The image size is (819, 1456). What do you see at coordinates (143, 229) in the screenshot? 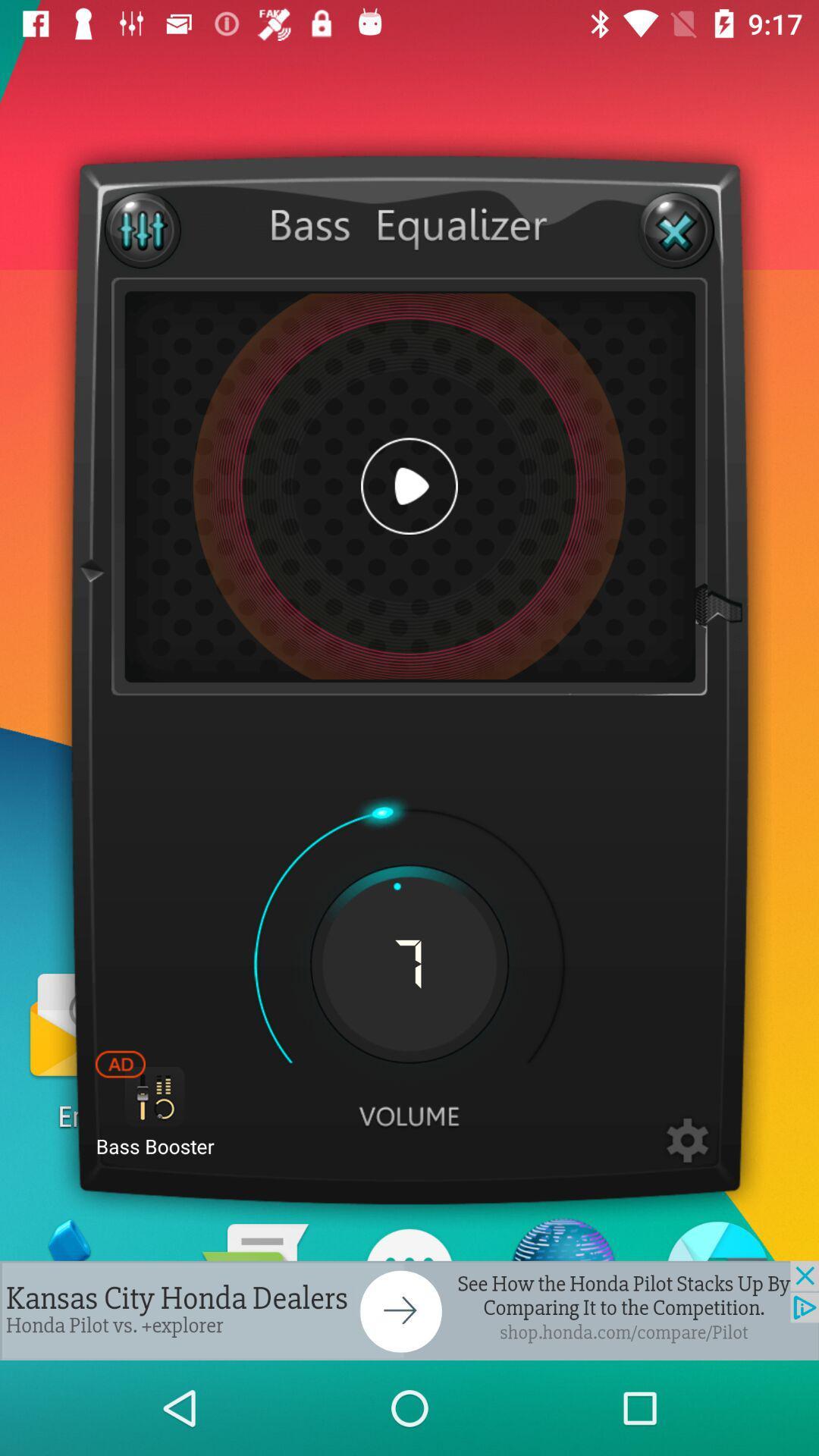
I see `the sliders icon` at bounding box center [143, 229].